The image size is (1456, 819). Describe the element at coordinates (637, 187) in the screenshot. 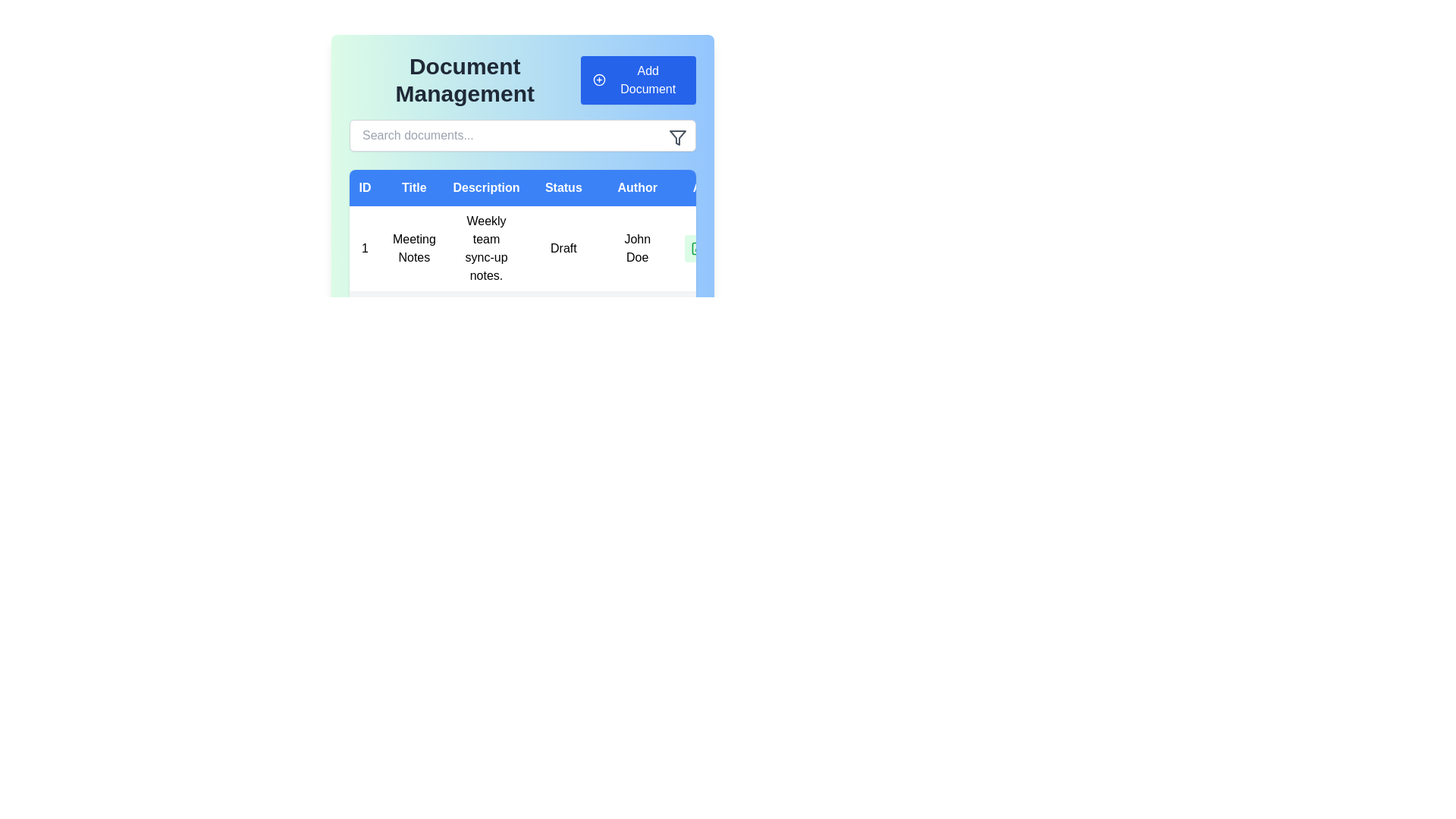

I see `the 'Author' header text label, which is the fifth column in the table header row, displaying in white font on a blue background` at that location.